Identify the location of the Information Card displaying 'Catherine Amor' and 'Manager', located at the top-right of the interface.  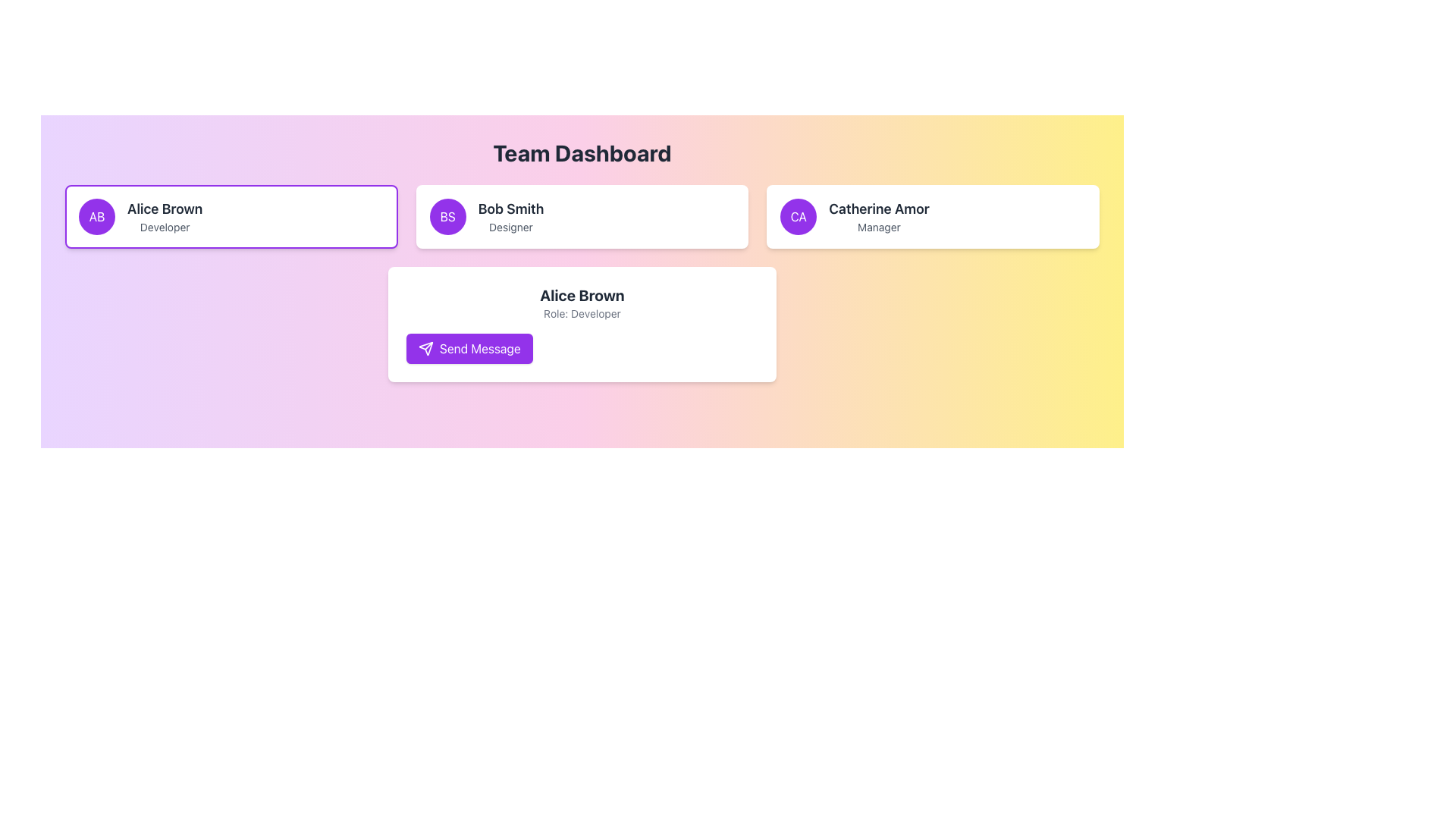
(932, 216).